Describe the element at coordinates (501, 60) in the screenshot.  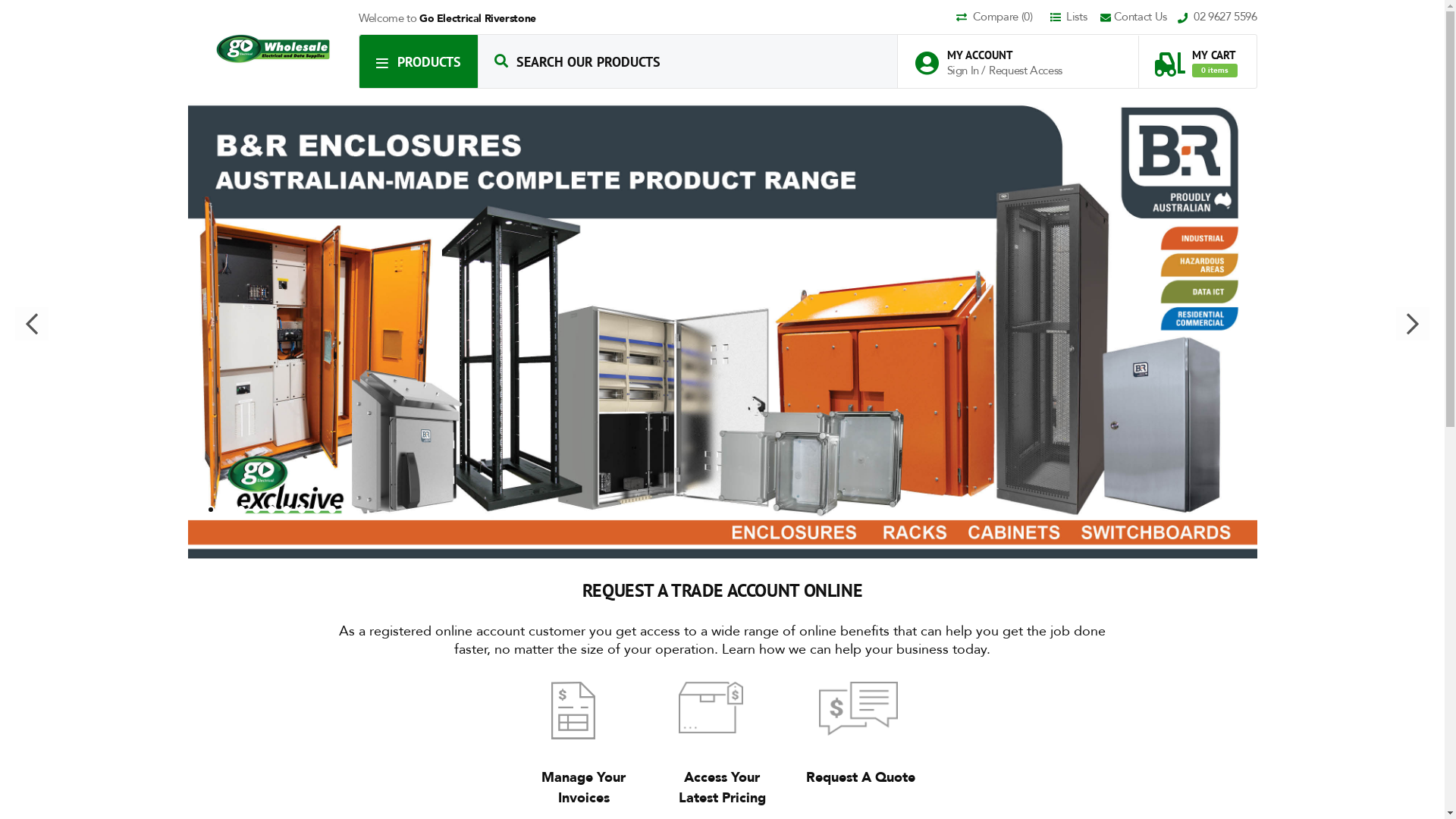
I see `'Search'` at that location.